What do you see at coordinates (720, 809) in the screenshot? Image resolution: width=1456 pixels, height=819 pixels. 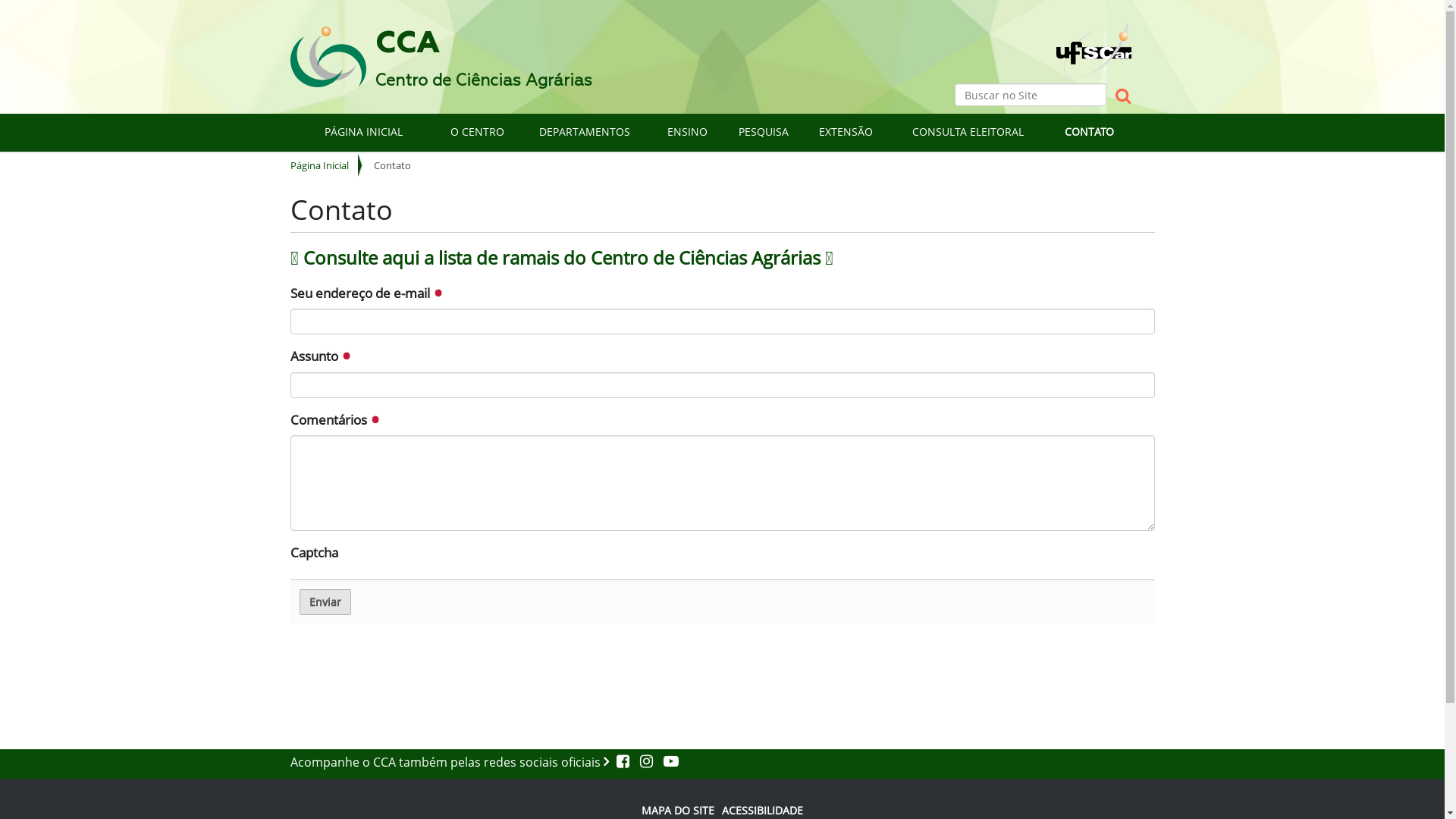 I see `'ACESSIBILIDADE'` at bounding box center [720, 809].